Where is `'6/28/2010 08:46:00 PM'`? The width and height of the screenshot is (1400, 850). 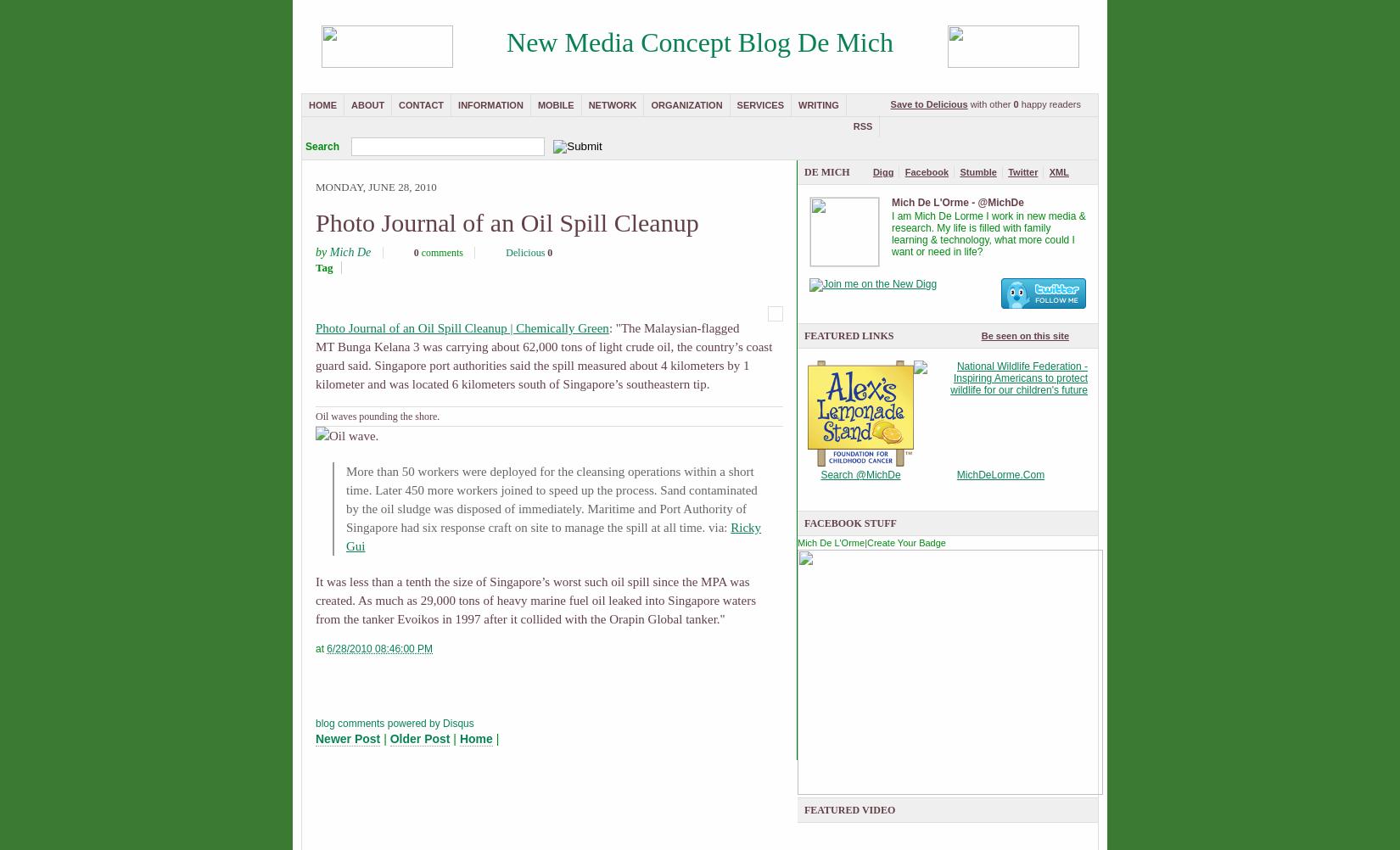 '6/28/2010 08:46:00 PM' is located at coordinates (326, 648).